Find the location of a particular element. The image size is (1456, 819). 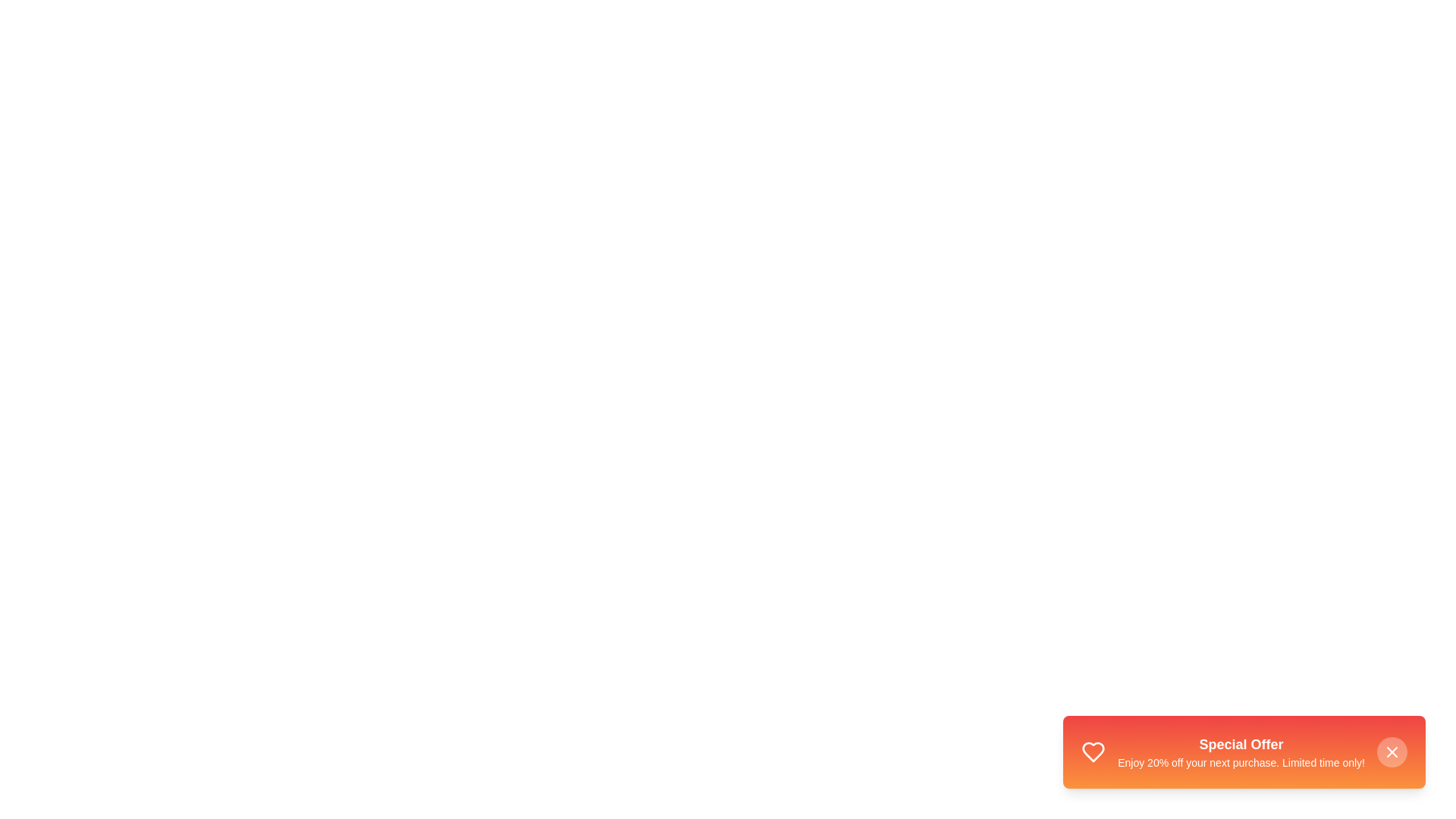

the close button to hide the snackbar is located at coordinates (1392, 752).